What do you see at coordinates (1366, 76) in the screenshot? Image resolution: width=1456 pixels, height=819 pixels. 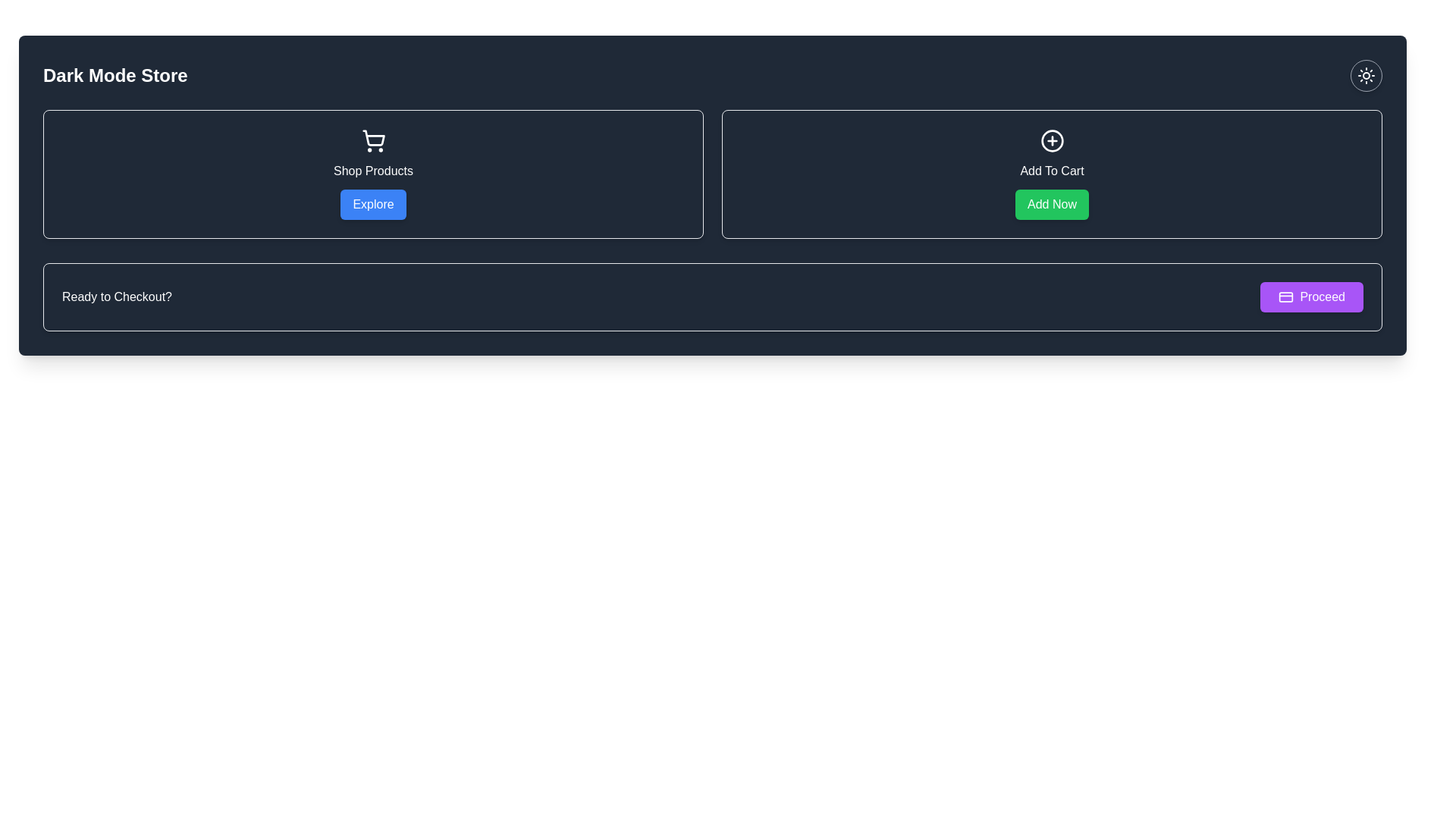 I see `the icon-based button located at the top-right corner of the dark-themed box` at bounding box center [1366, 76].